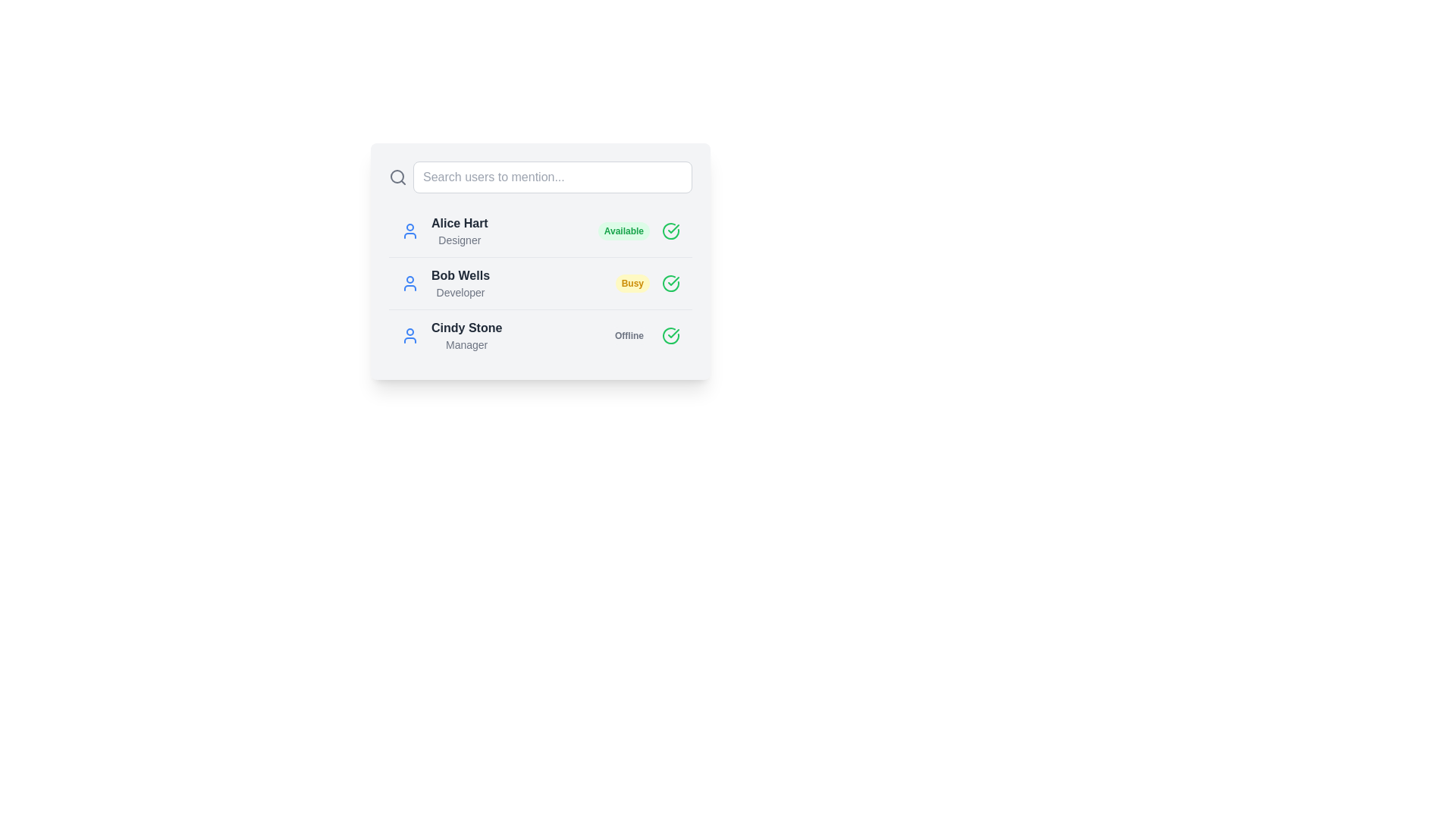  I want to click on the second list item representing a user's availability and role, so click(541, 283).